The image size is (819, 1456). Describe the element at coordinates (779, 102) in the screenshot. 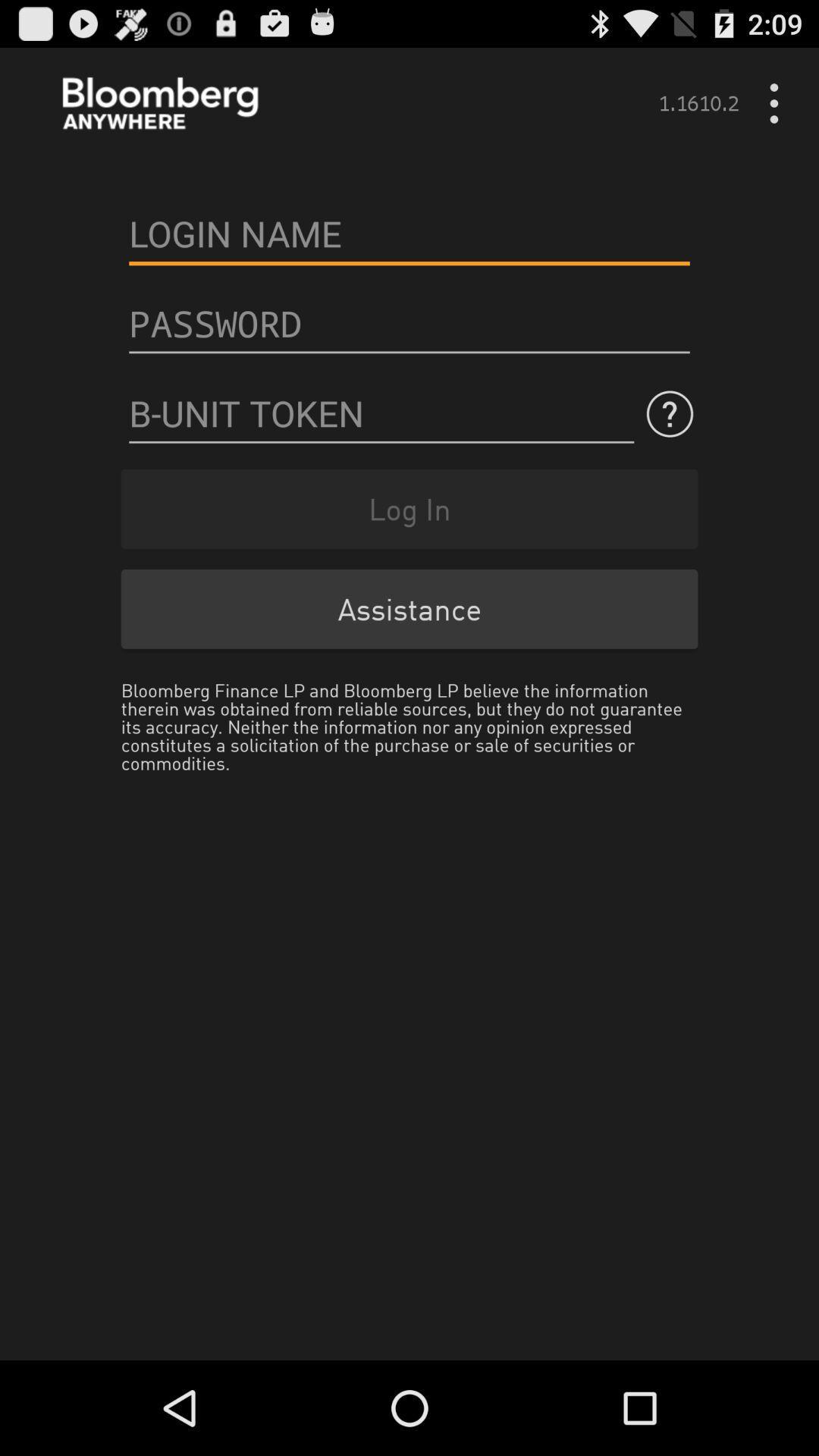

I see `item to the right of 1.1610.2` at that location.